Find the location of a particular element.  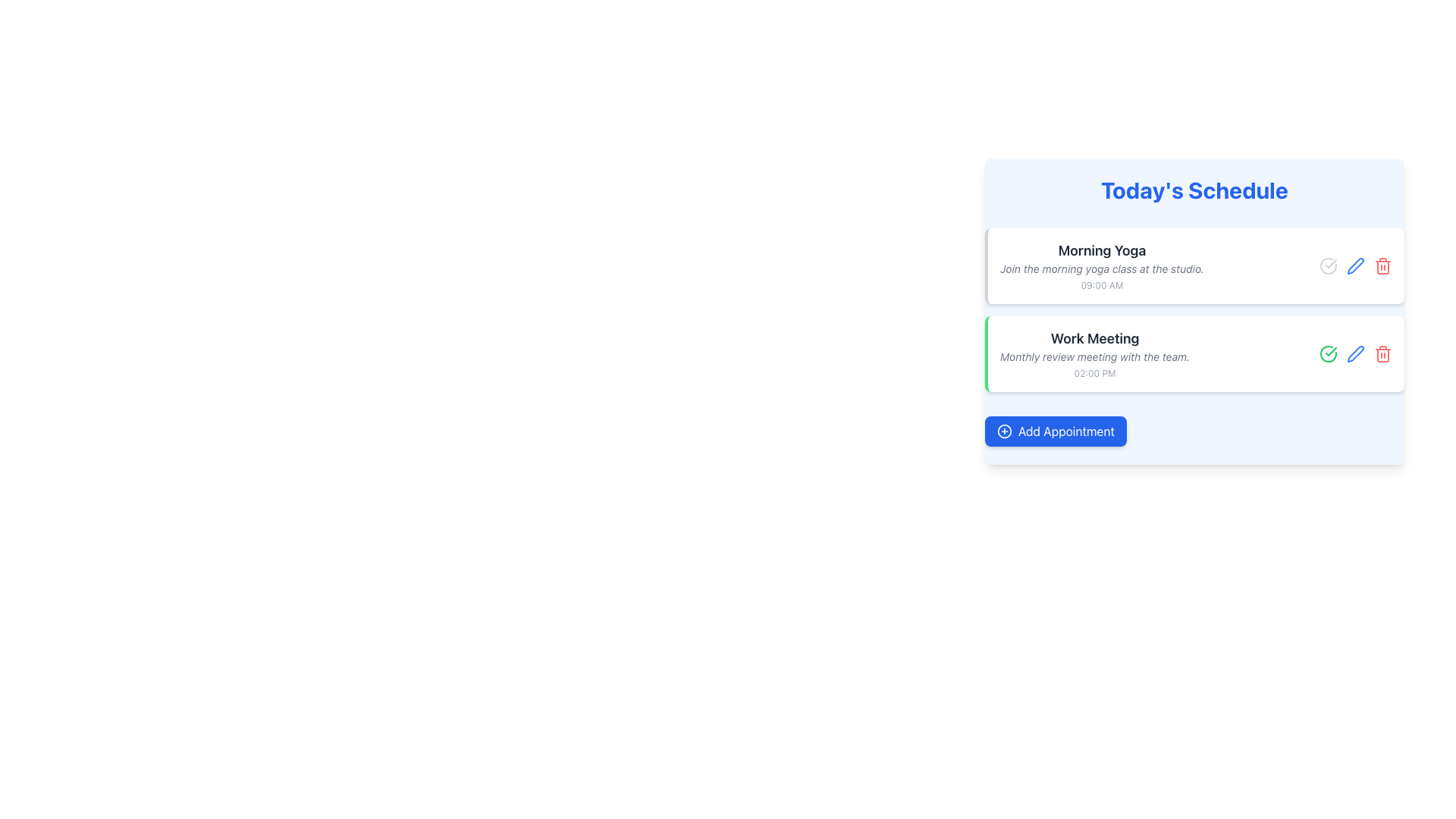

the circular icon with a '+' symbol located in the lower-right portion of the 'Today's Schedule' card section is located at coordinates (1004, 431).